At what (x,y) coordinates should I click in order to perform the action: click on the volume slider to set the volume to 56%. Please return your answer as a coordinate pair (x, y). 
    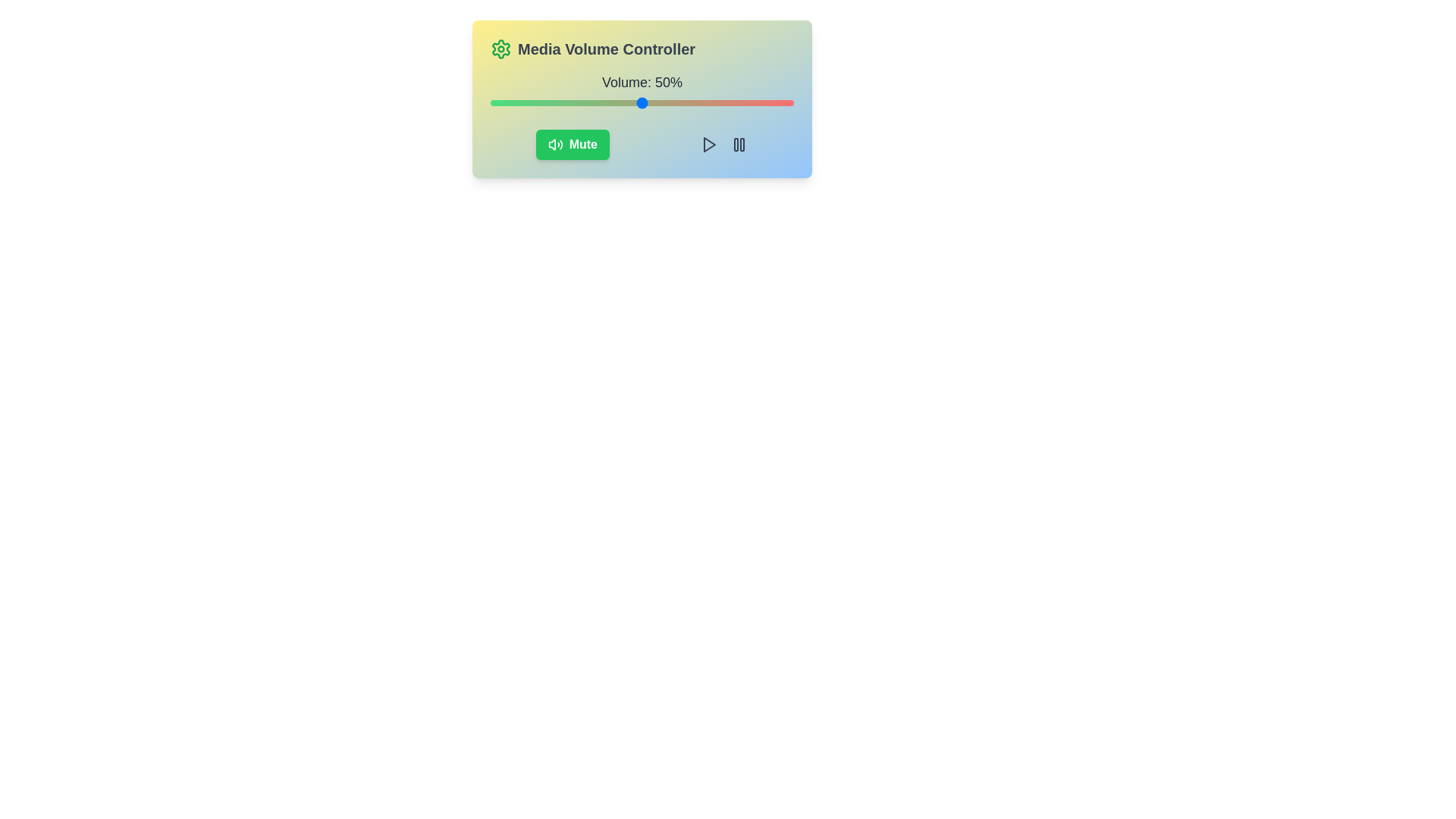
    Looking at the image, I should click on (660, 102).